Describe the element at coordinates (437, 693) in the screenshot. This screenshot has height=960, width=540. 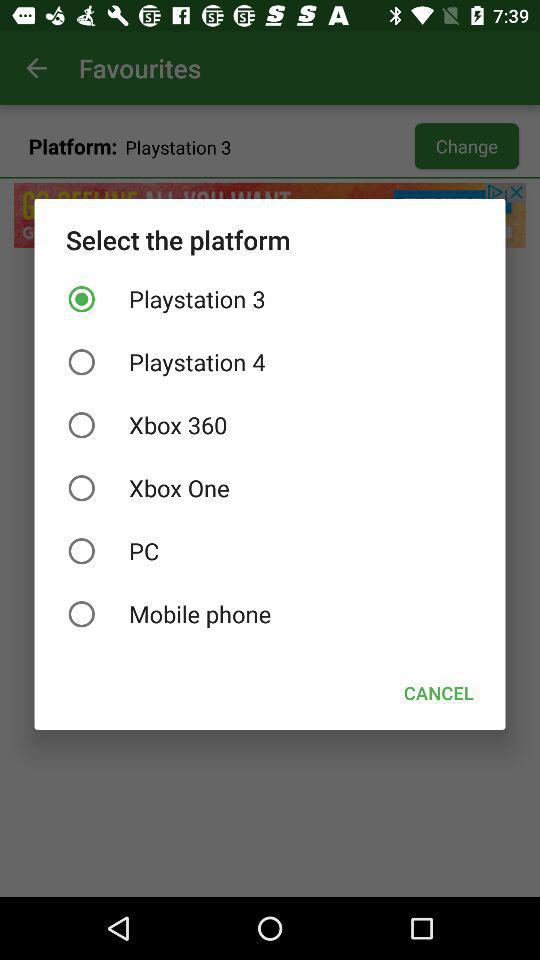
I see `the item below mobile phone` at that location.